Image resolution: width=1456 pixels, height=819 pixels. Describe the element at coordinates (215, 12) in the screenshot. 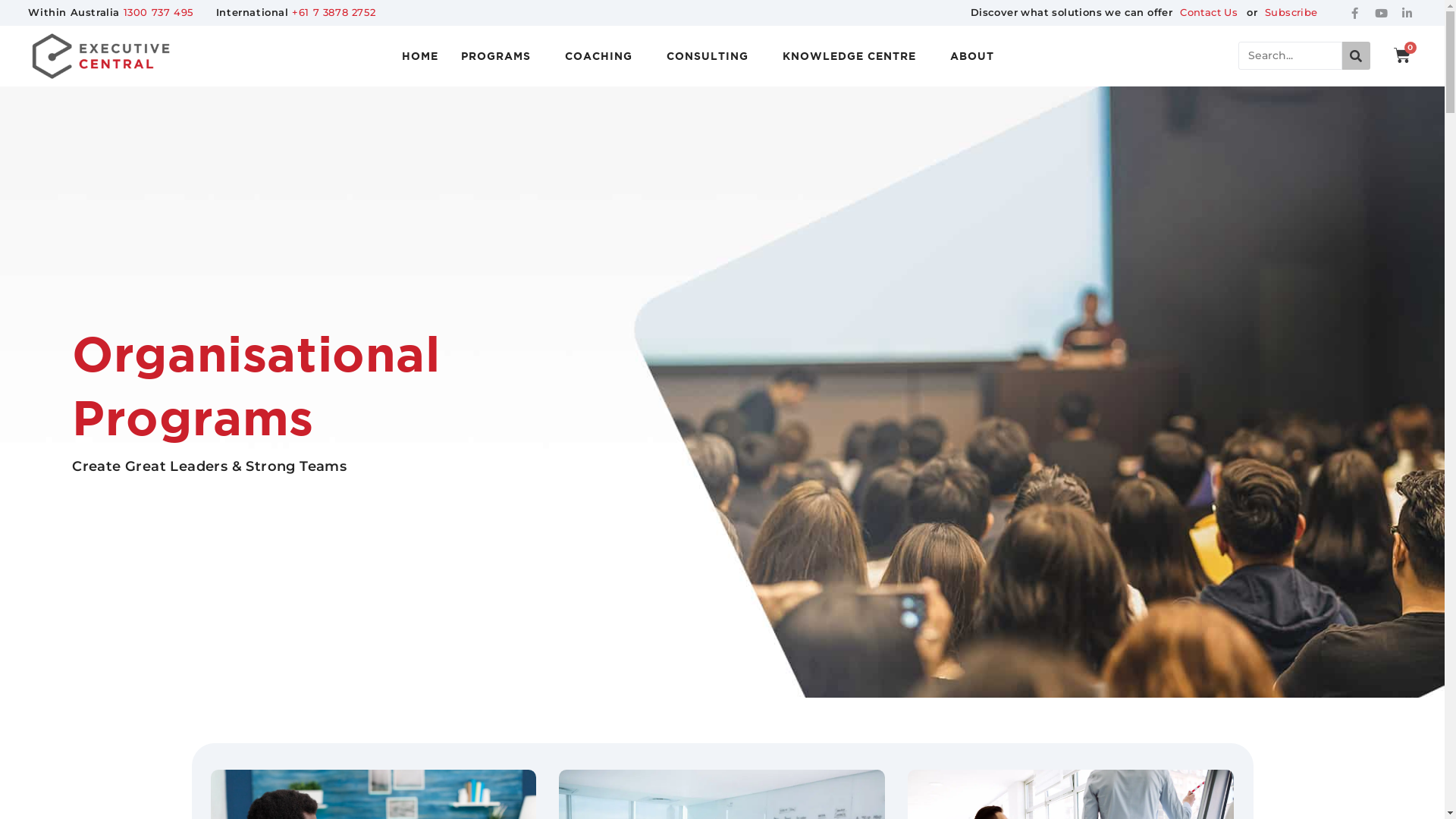

I see `'International +61 7 3878 2752'` at that location.